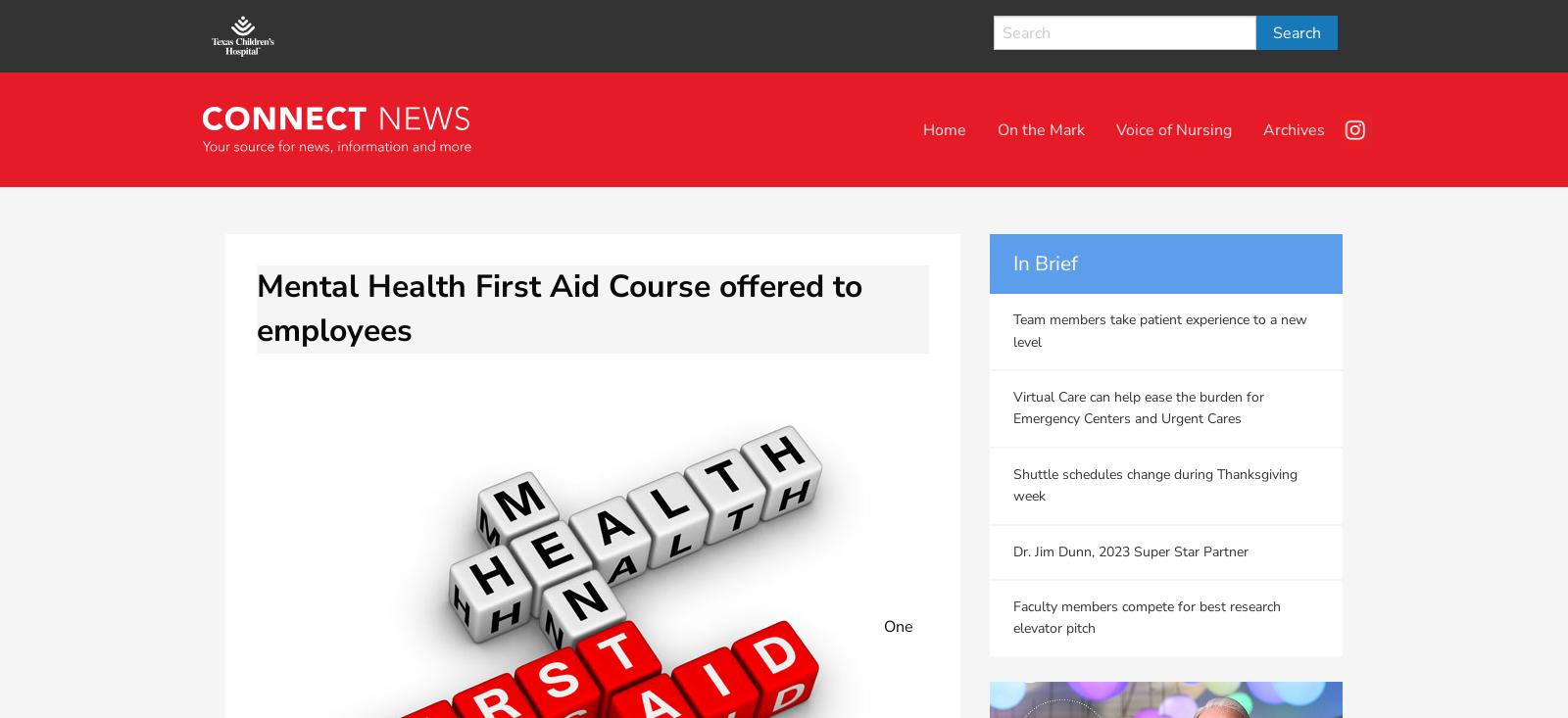 The width and height of the screenshot is (1568, 718). Describe the element at coordinates (1174, 129) in the screenshot. I see `'Voice of Nursing'` at that location.